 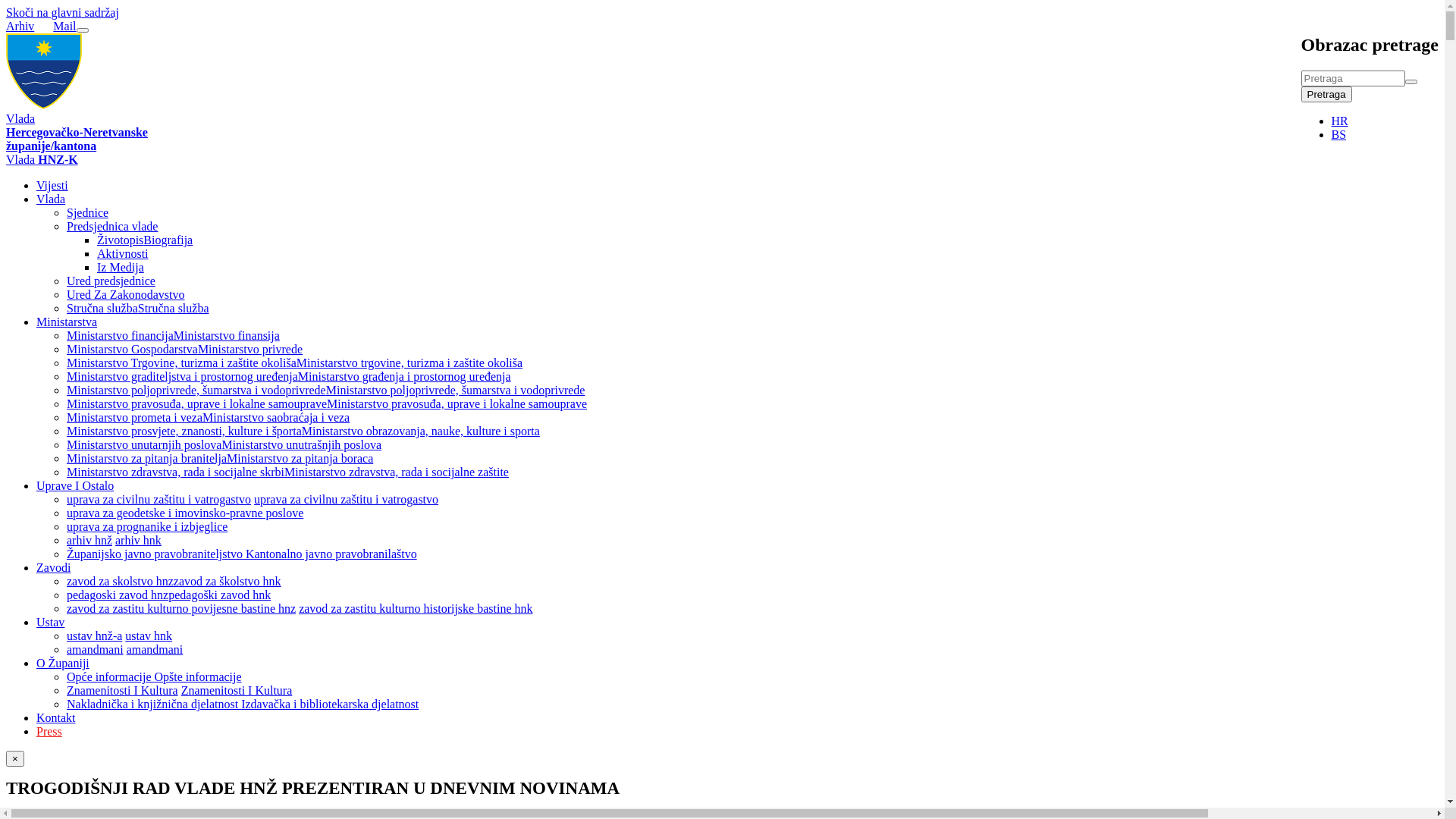 I want to click on 'Mail', so click(x=64, y=26).